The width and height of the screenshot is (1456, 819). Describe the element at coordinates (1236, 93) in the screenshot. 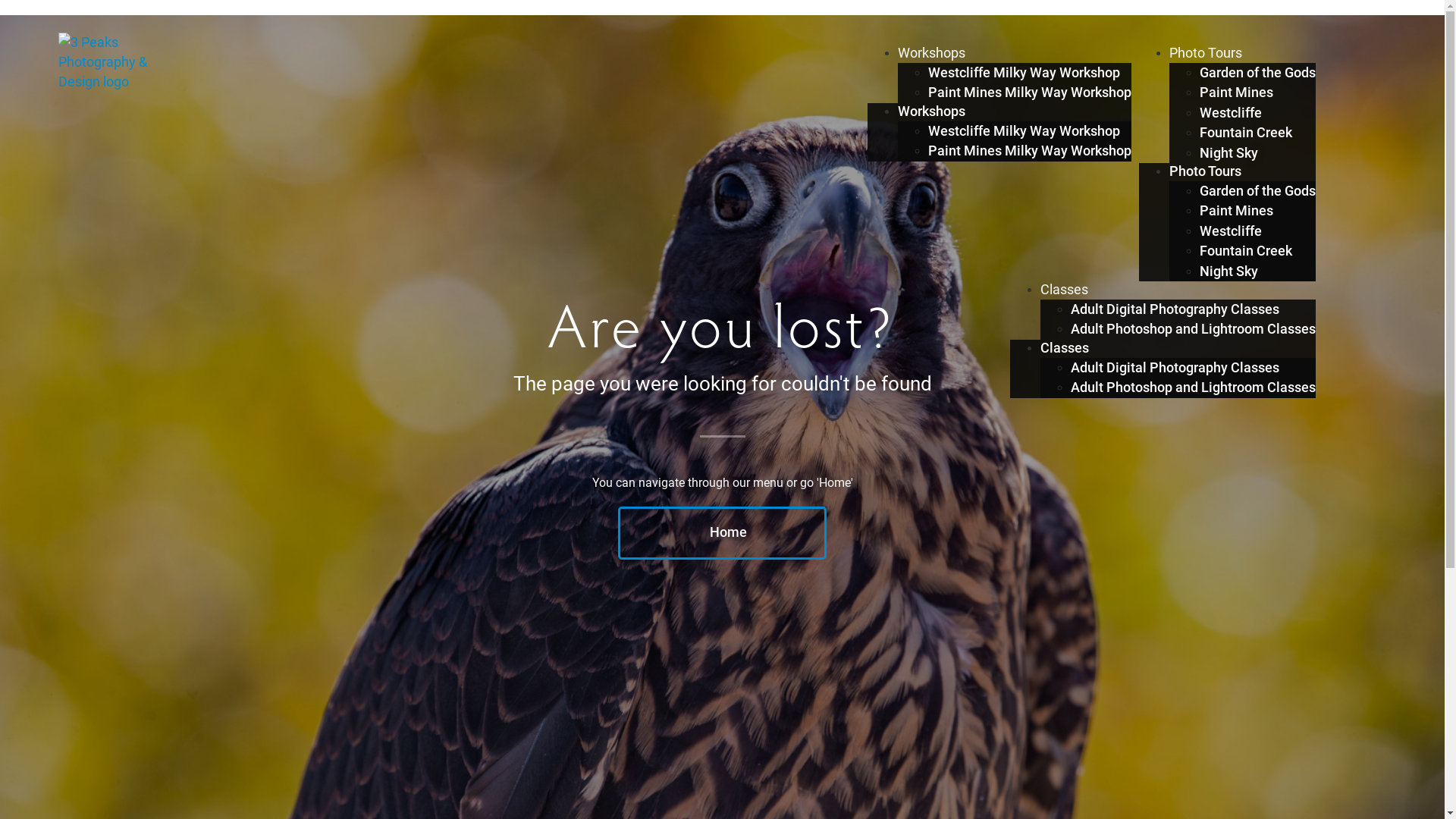

I see `'Paint Mines'` at that location.